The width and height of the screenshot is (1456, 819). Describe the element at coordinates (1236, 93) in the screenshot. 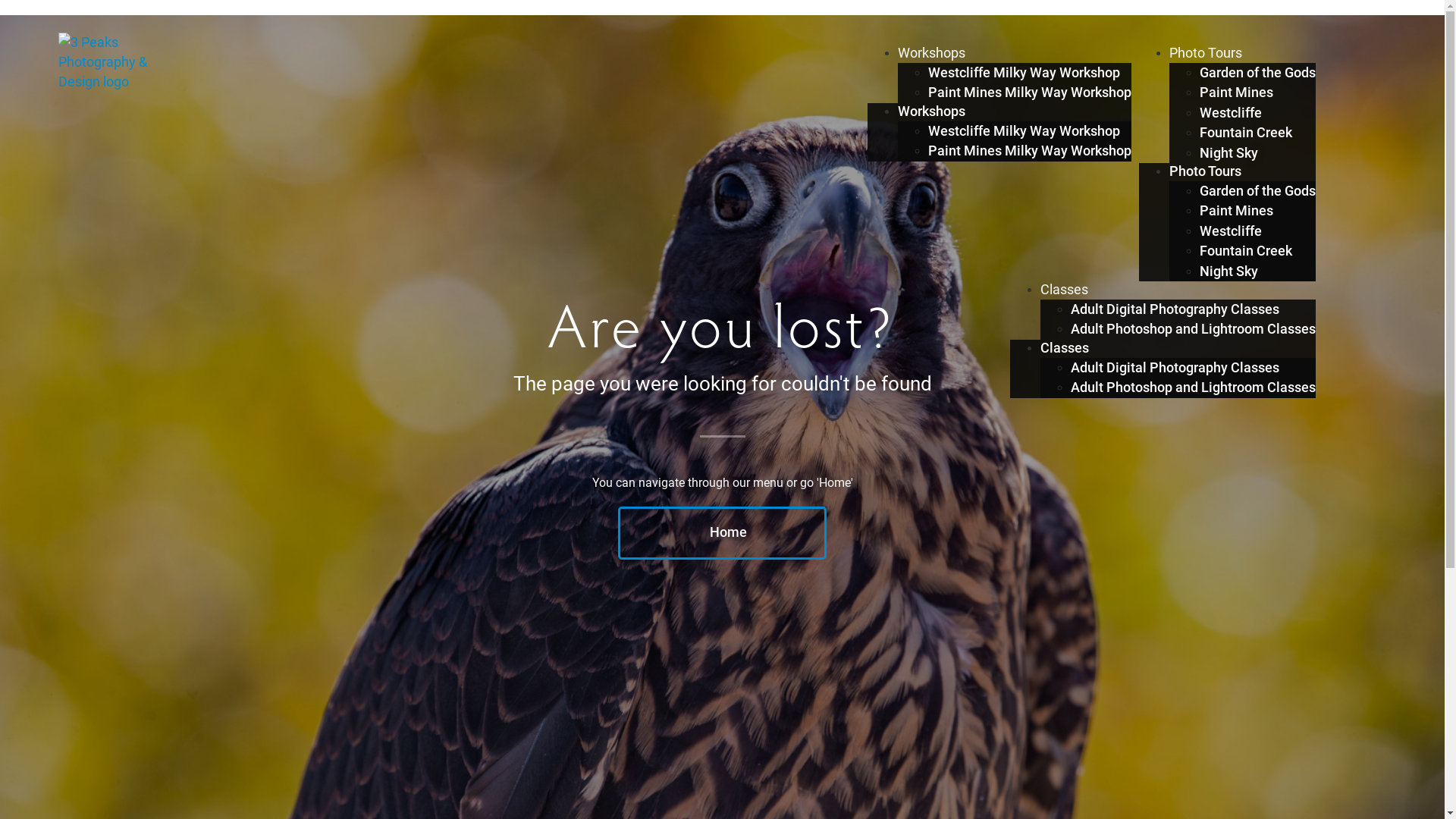

I see `'Paint Mines'` at that location.